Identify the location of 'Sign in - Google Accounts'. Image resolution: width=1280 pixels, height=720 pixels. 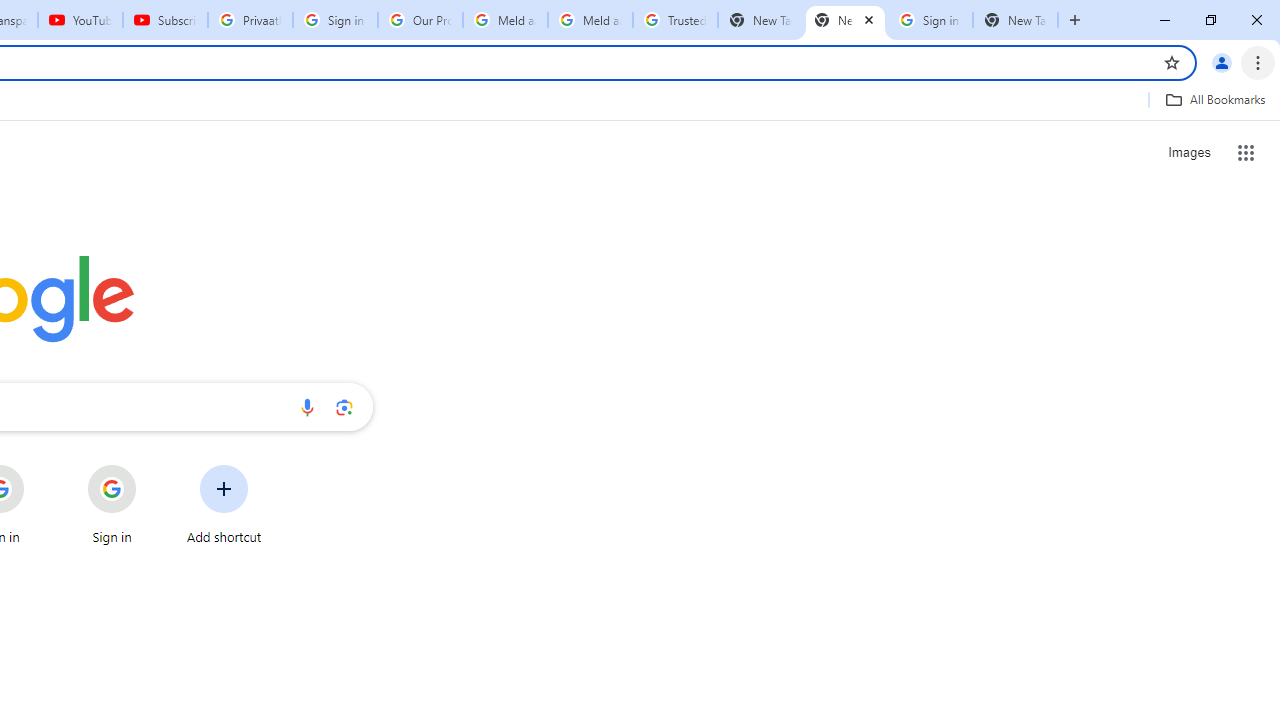
(929, 20).